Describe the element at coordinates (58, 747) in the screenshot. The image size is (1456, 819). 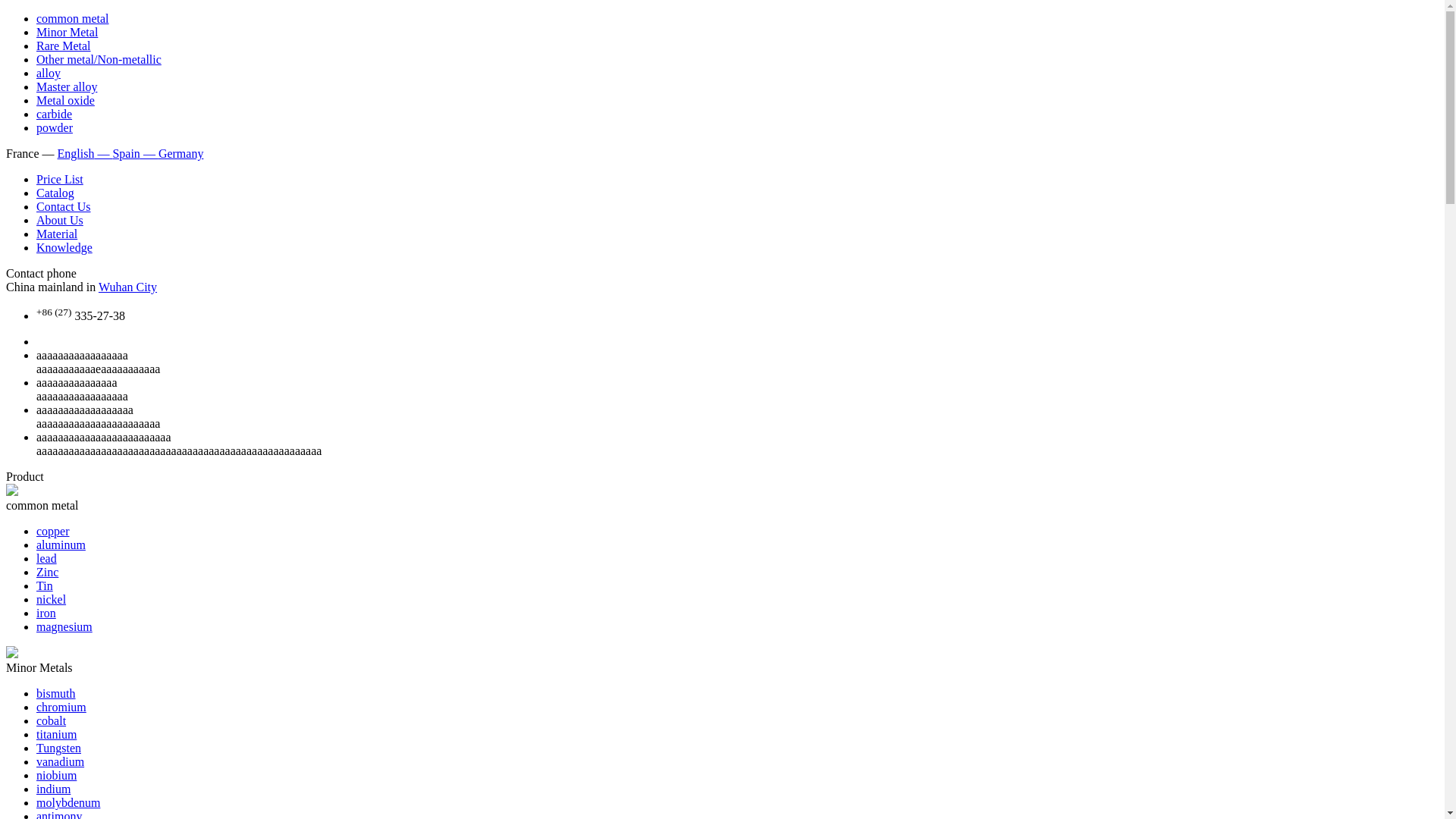
I see `'Tungsten'` at that location.